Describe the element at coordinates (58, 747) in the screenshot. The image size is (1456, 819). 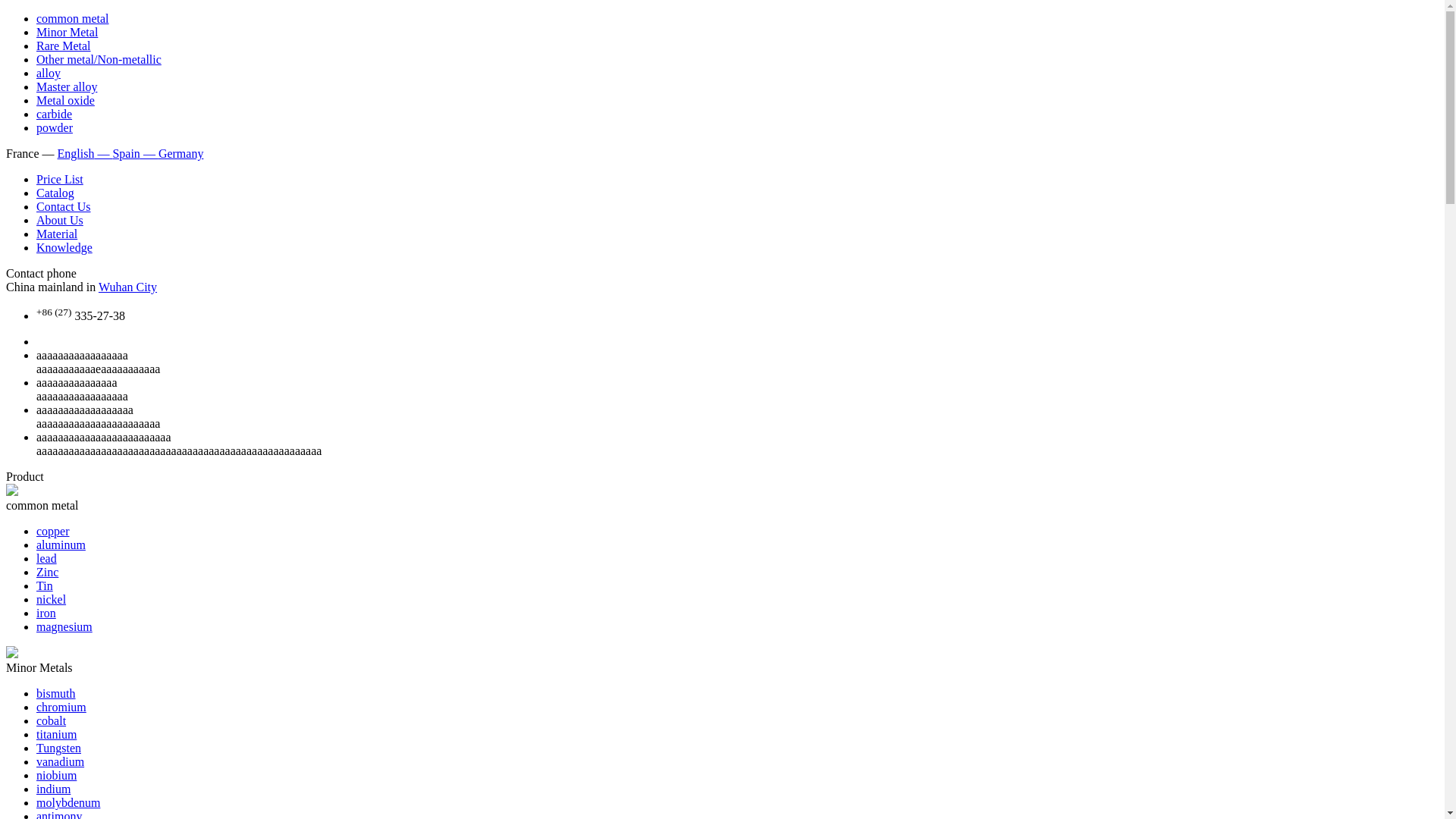
I see `'Tungsten'` at that location.